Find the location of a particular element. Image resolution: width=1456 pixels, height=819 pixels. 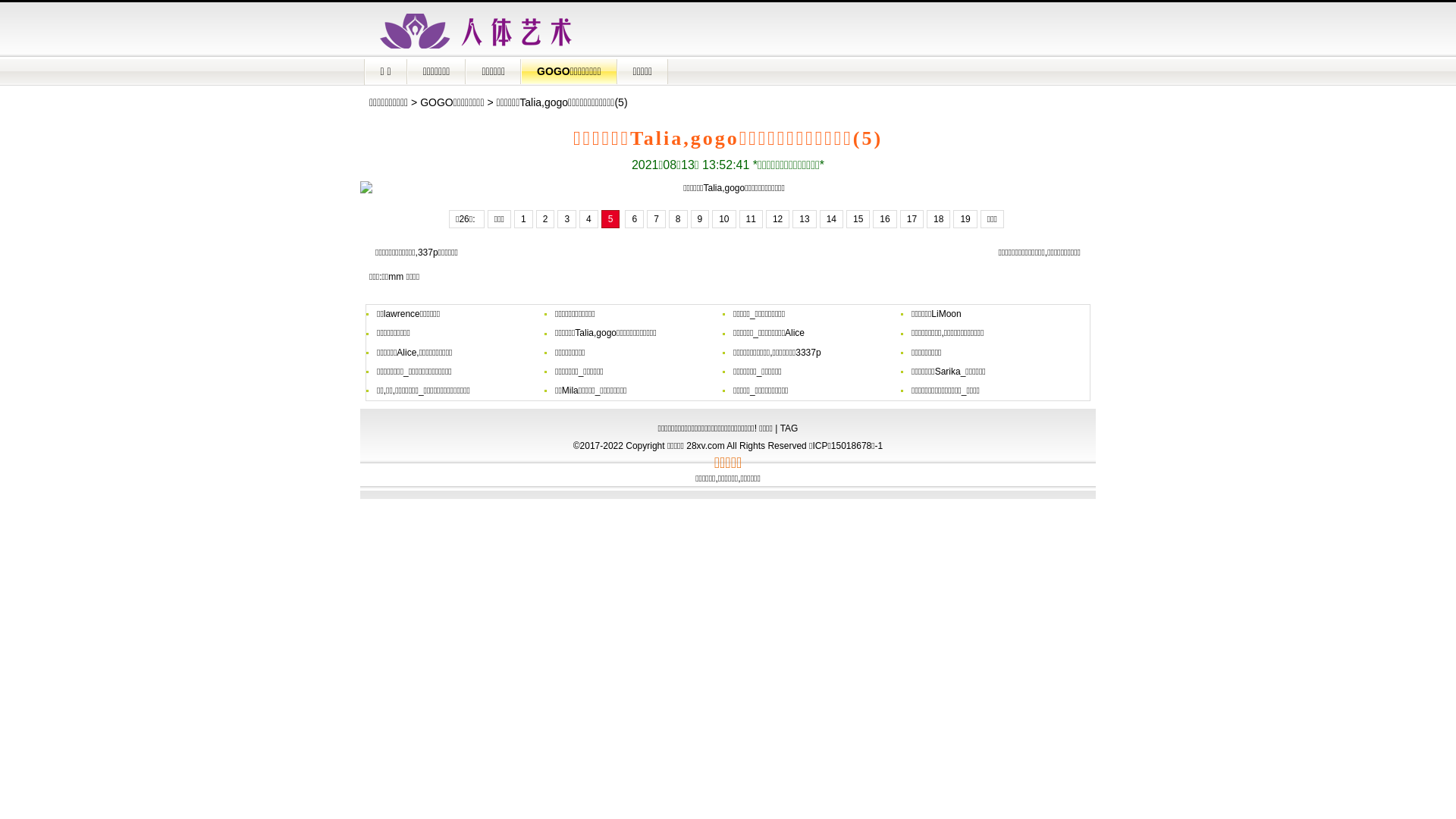

'15' is located at coordinates (858, 219).